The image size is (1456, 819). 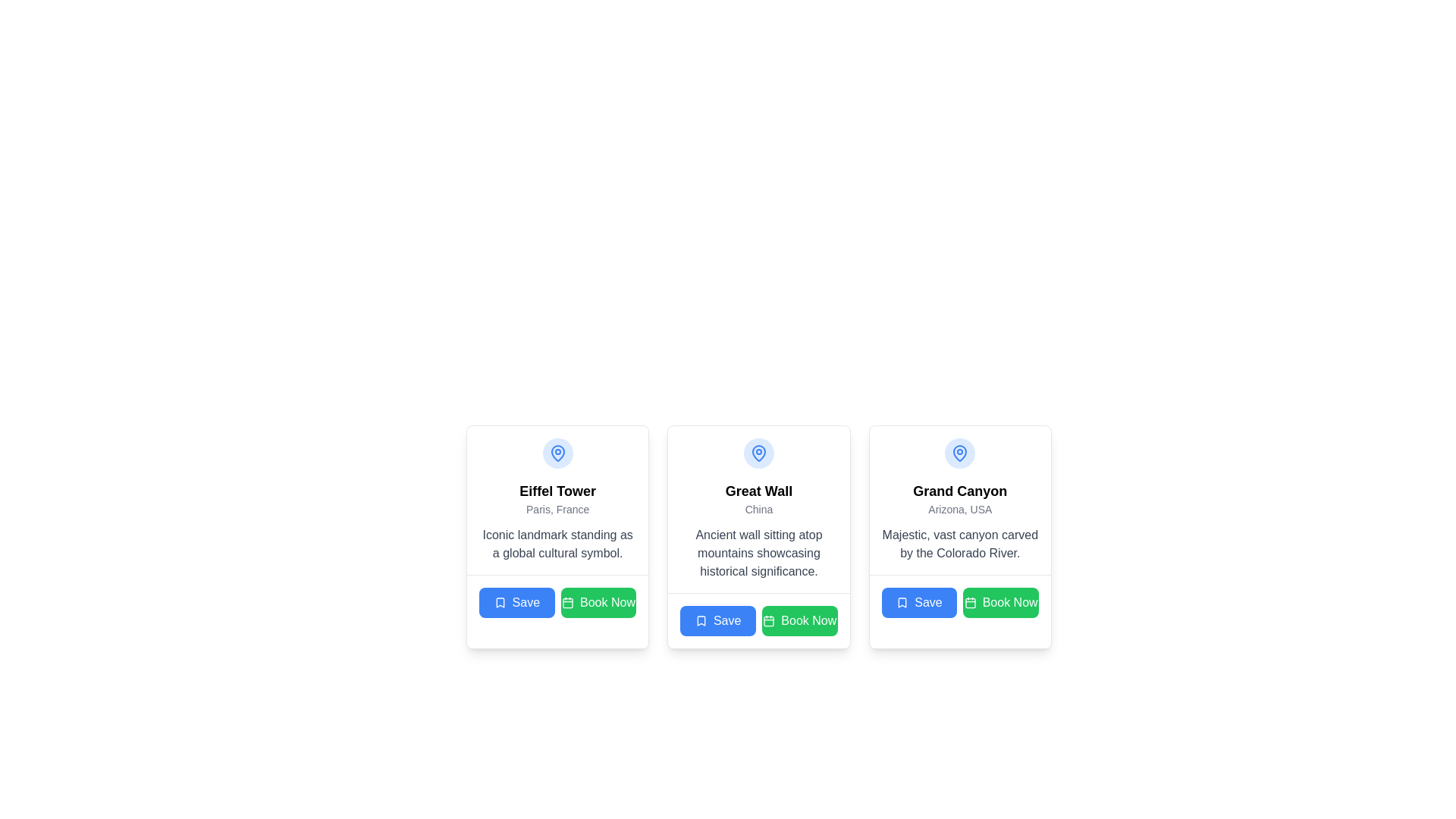 I want to click on the text label that represents the geographic location associated with the 'Great Wall' description, which is located directly beneath the 'Great Wall' text and above the detailed description within the middle card of three displayed in the interface, so click(x=758, y=509).